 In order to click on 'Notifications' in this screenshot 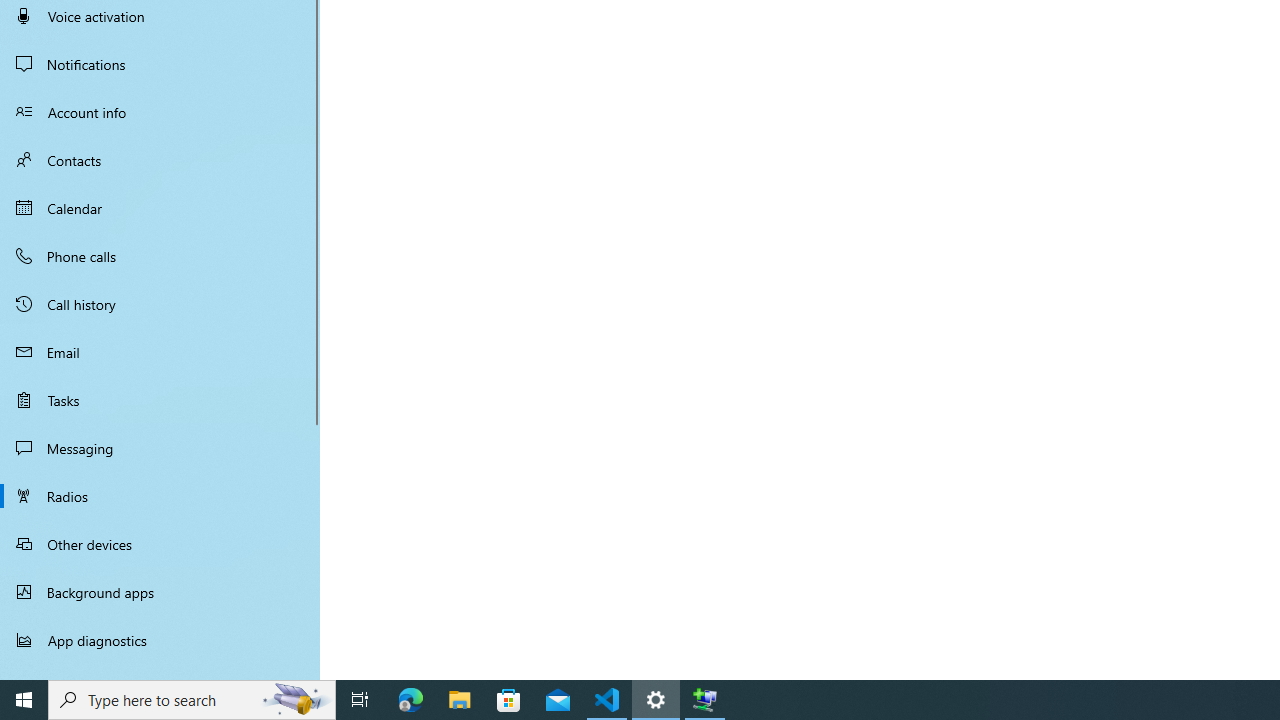, I will do `click(160, 63)`.